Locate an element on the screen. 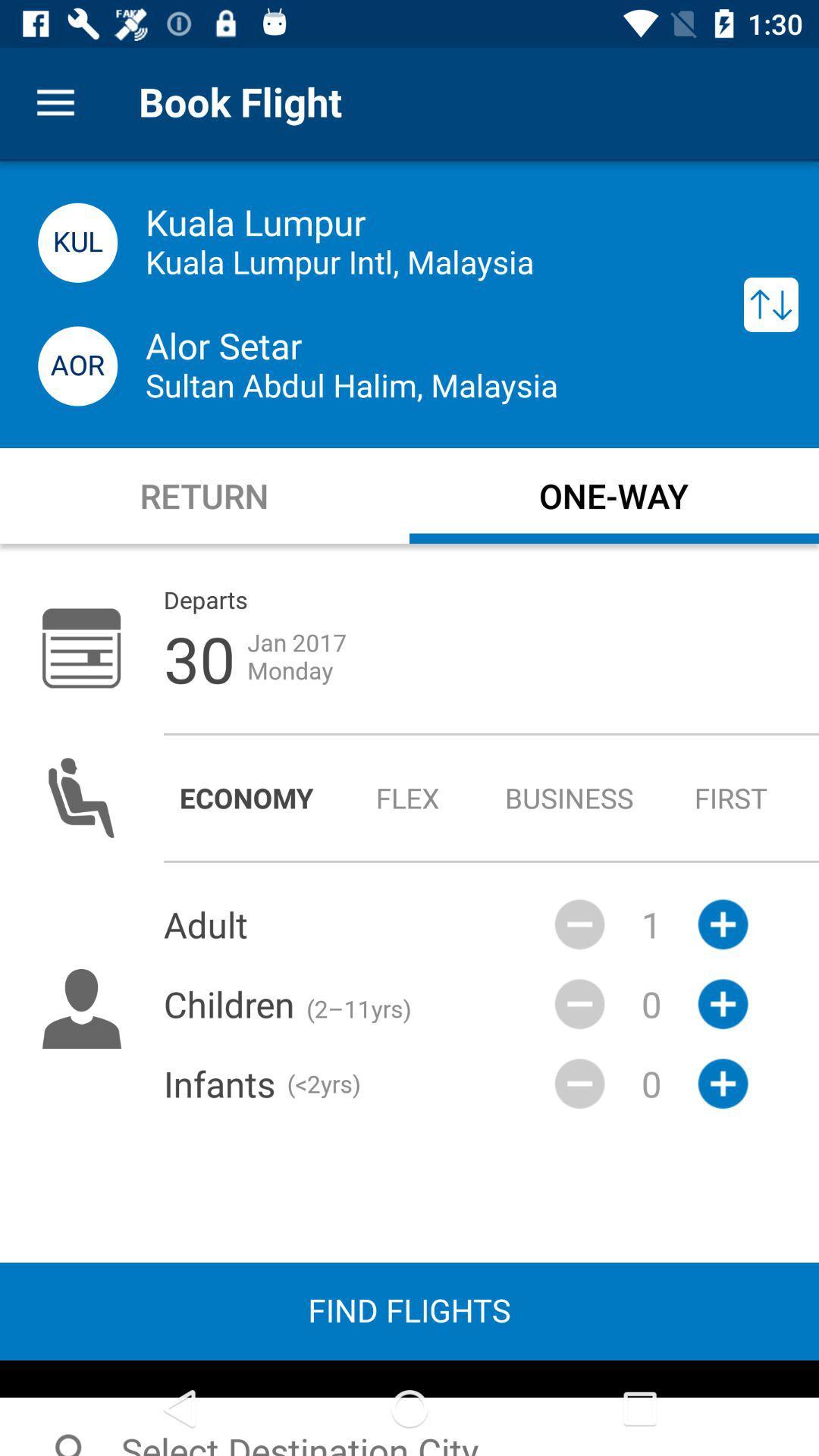 This screenshot has height=1456, width=819. the add icon is located at coordinates (722, 1004).